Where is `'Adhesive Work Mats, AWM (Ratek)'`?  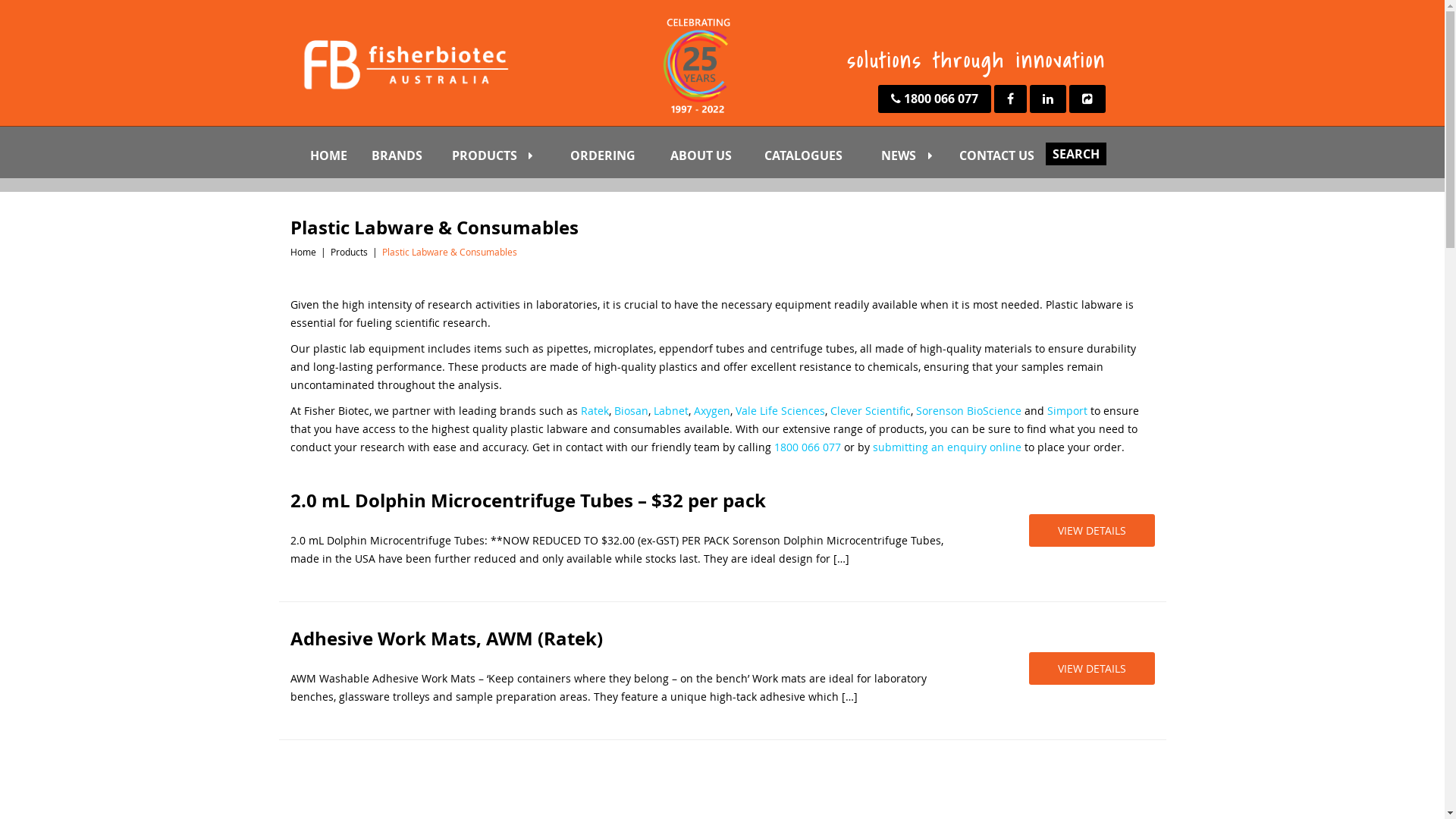
'Adhesive Work Mats, AWM (Ratek)' is located at coordinates (621, 638).